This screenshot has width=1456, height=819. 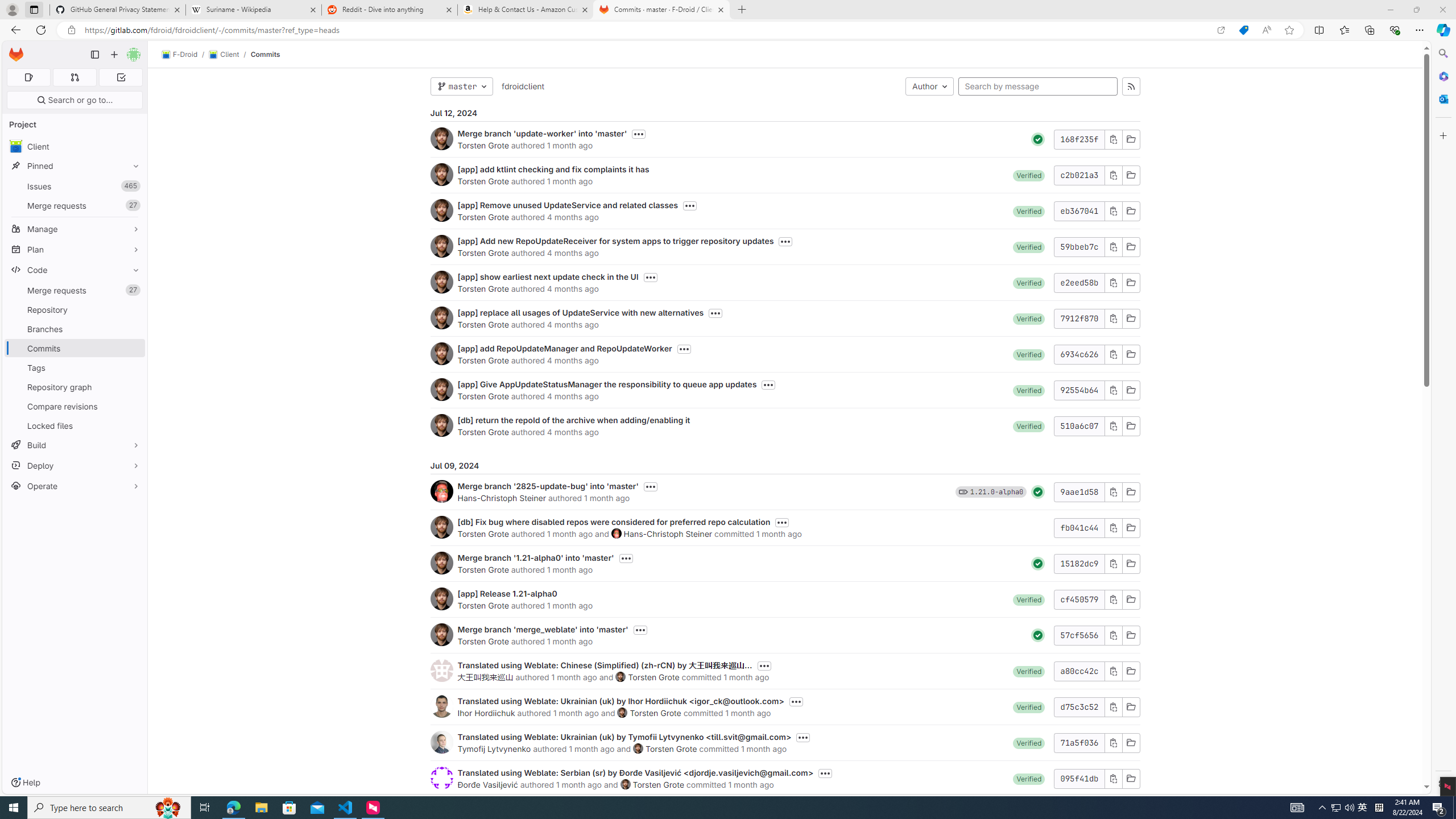 What do you see at coordinates (265, 54) in the screenshot?
I see `'Commits'` at bounding box center [265, 54].